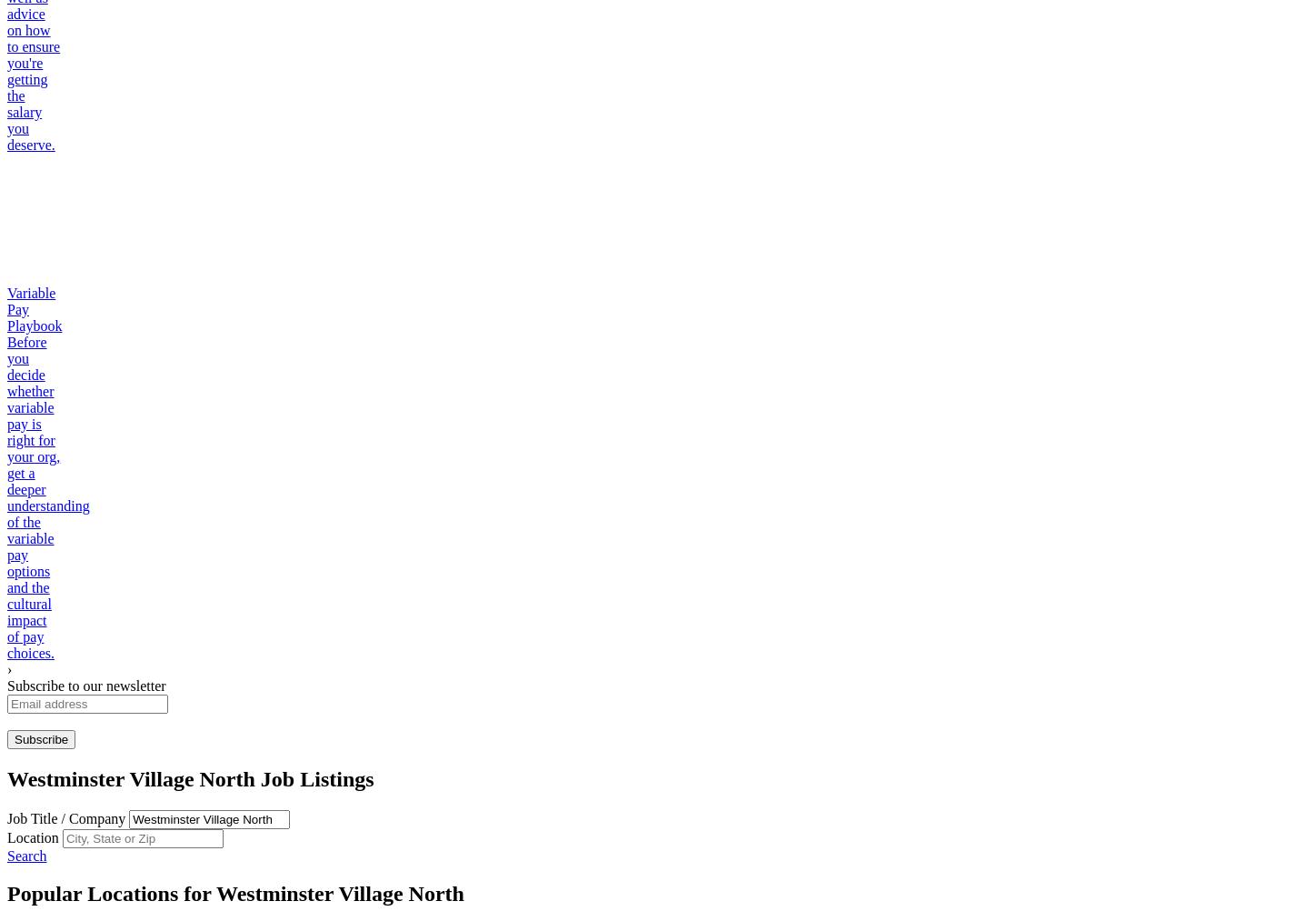 This screenshot has width=1316, height=921. Describe the element at coordinates (34, 836) in the screenshot. I see `'Location'` at that location.